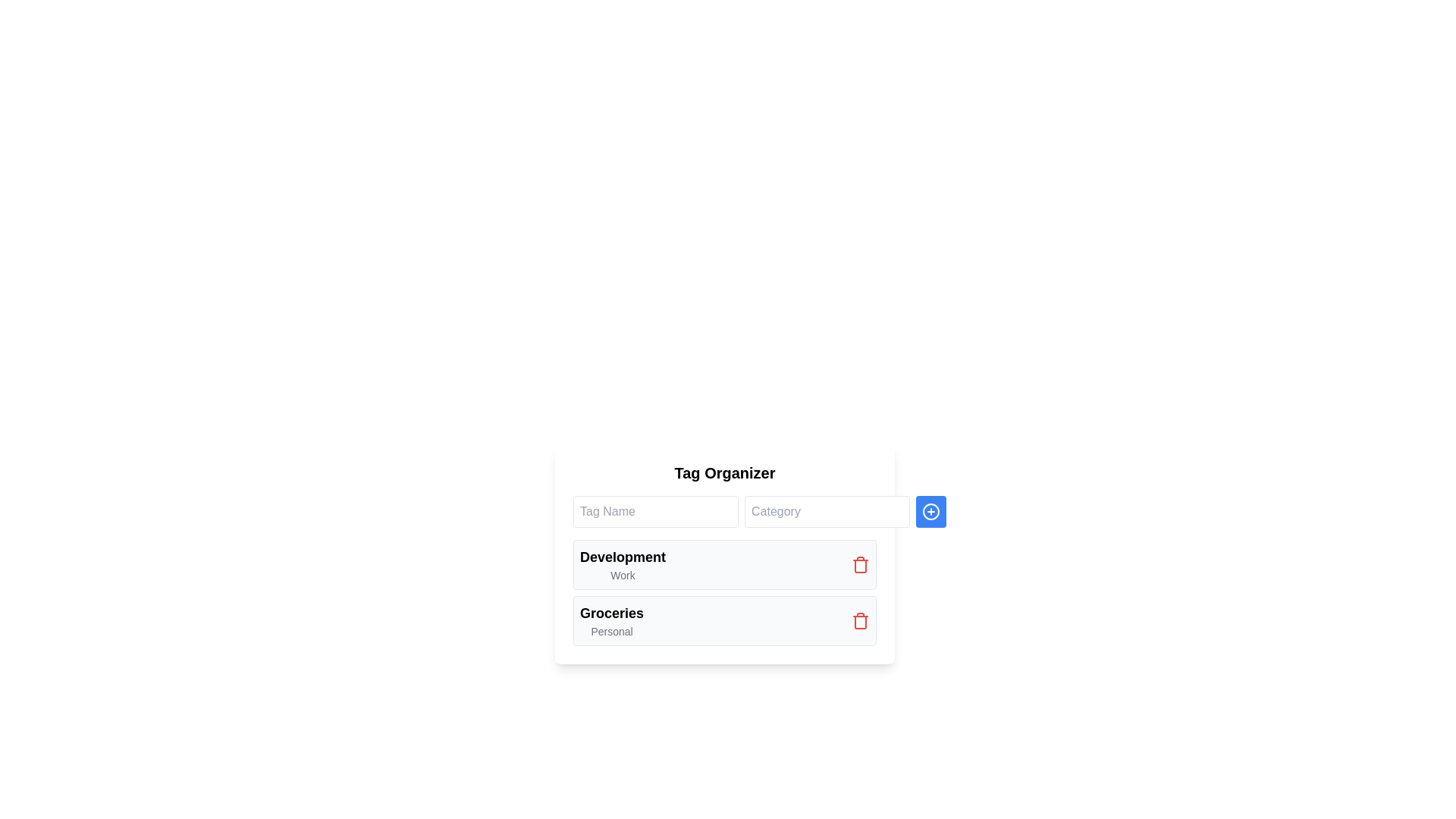 This screenshot has width=1456, height=819. I want to click on the 'Groceries' text label in the Tag Organizer section, which is styled with bold text for 'Groceries' and smaller gray text for 'Personal', located under the Development item, so click(611, 620).